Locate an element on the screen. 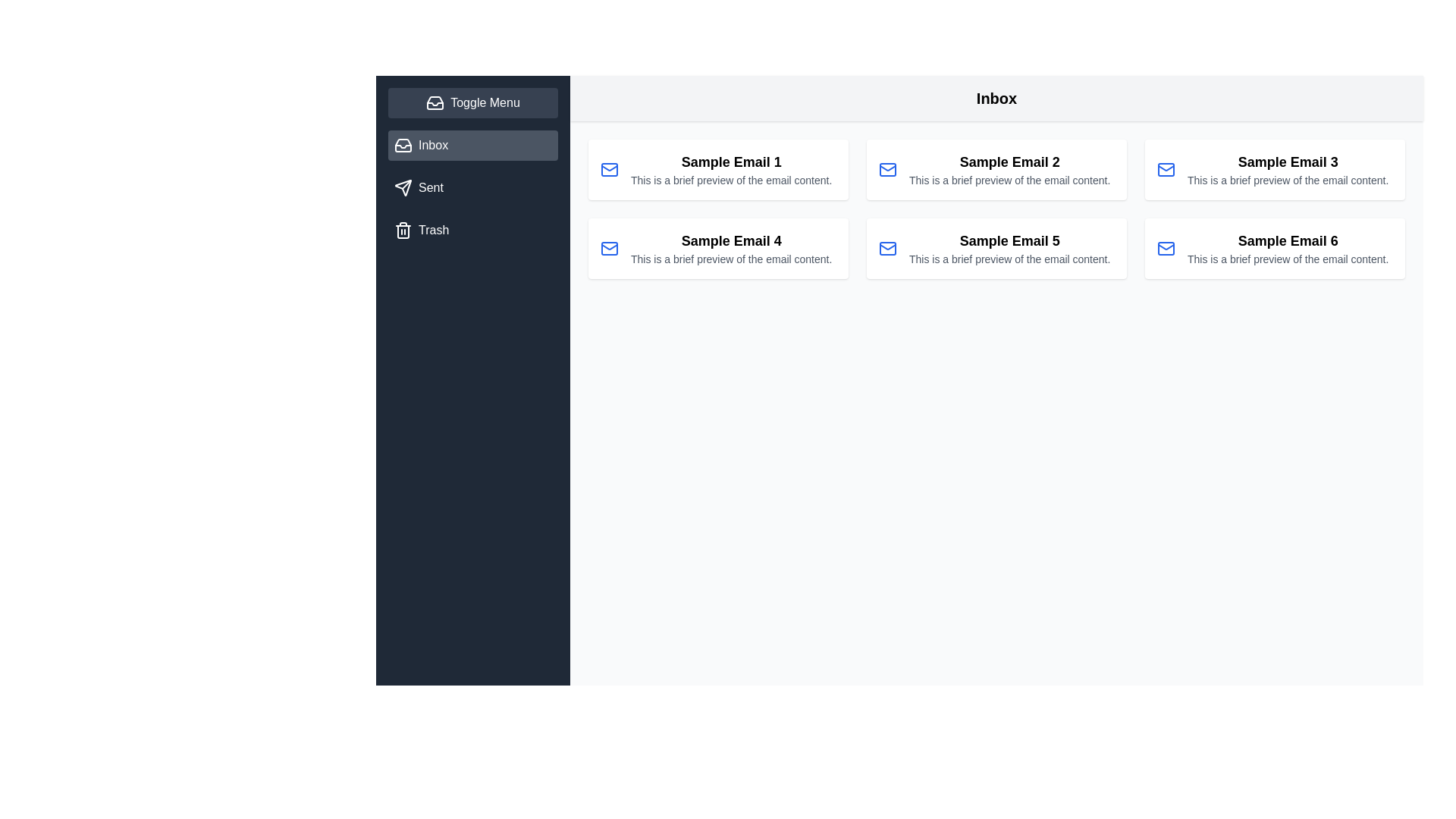 This screenshot has width=1456, height=819. the blue envelope icon associated with 'Sample Email 2' in the email preview card is located at coordinates (888, 169).